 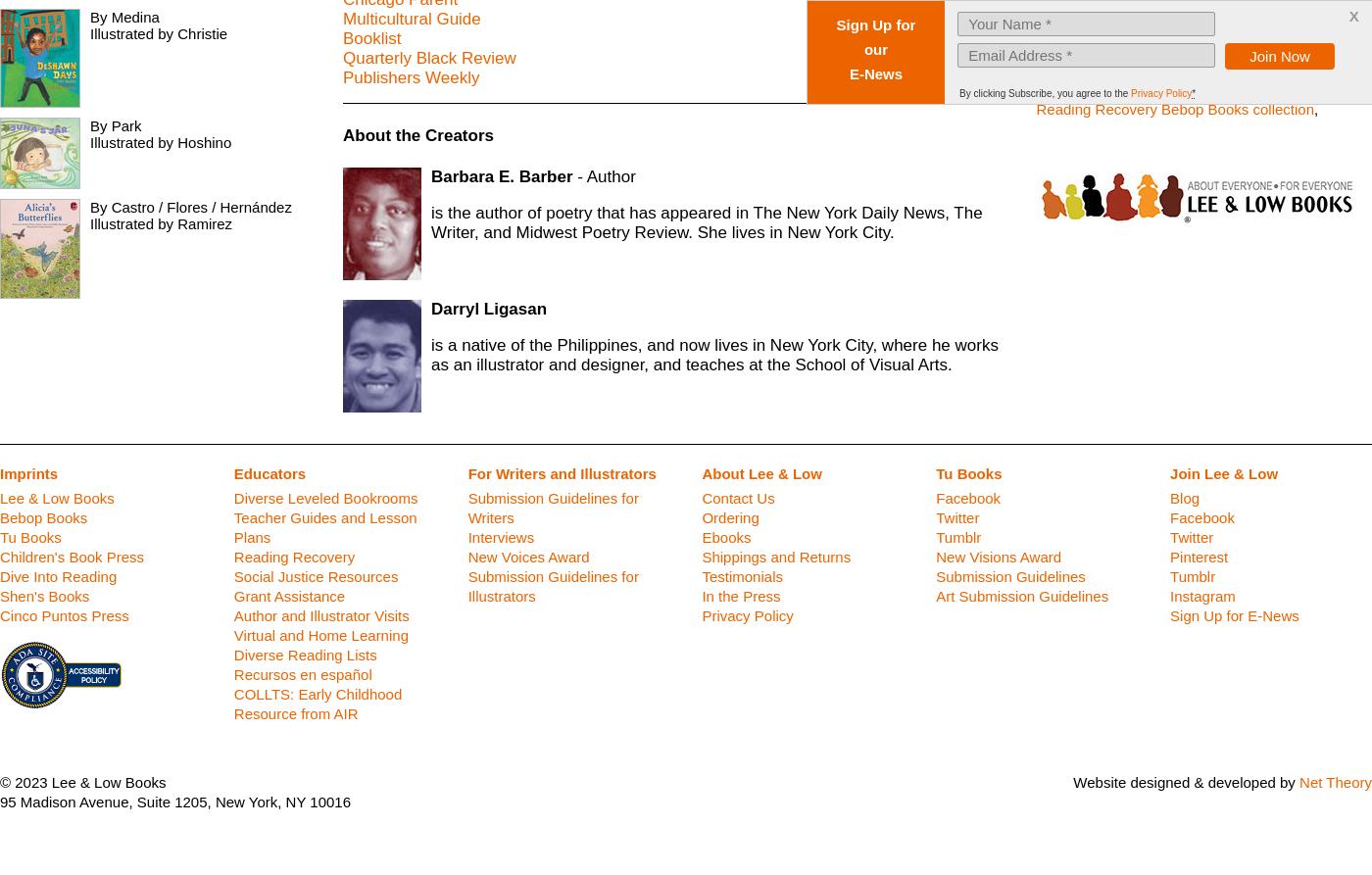 I want to click on 'About Lee & Low', so click(x=761, y=472).